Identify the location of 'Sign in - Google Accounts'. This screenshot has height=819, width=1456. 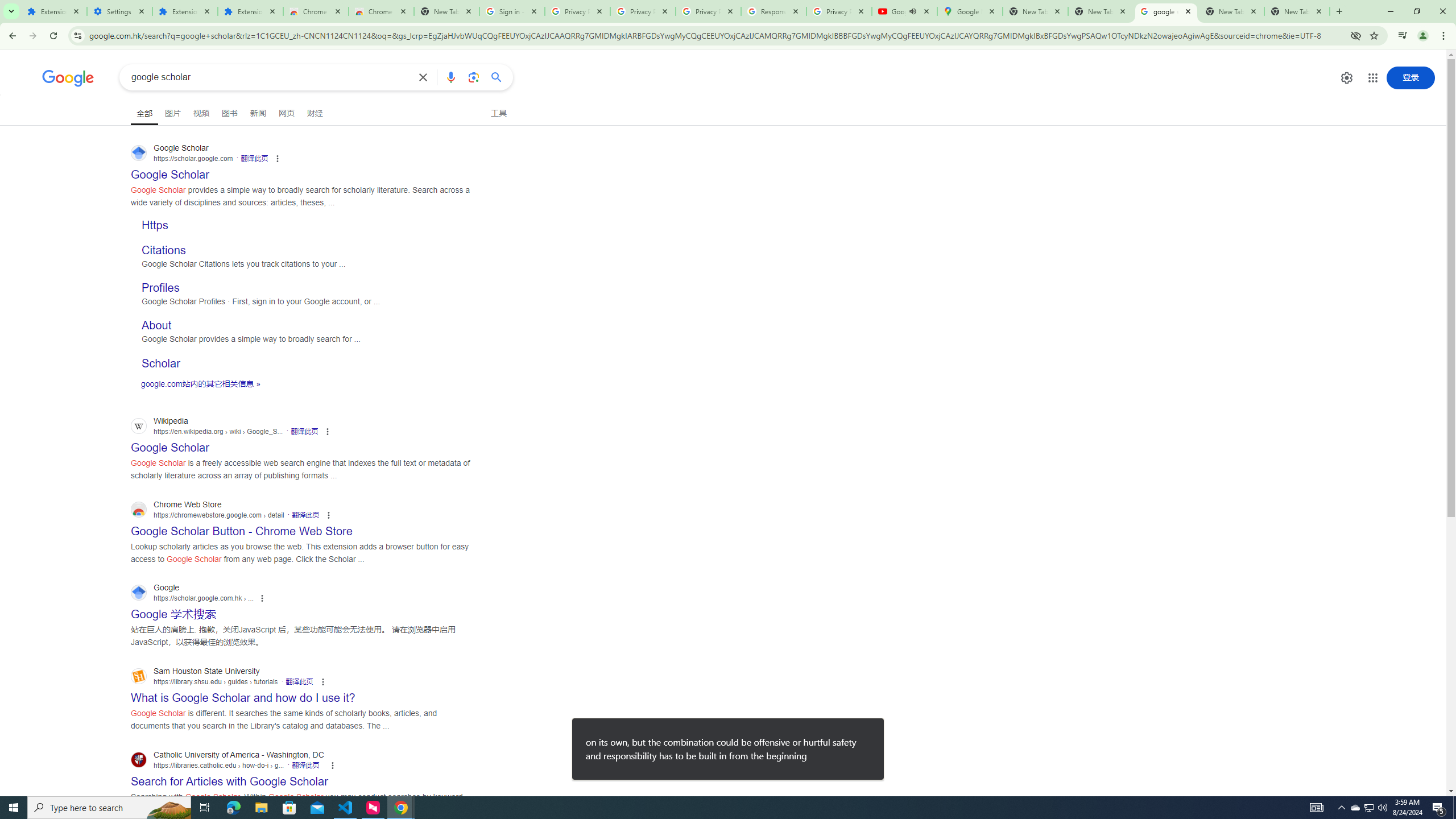
(512, 11).